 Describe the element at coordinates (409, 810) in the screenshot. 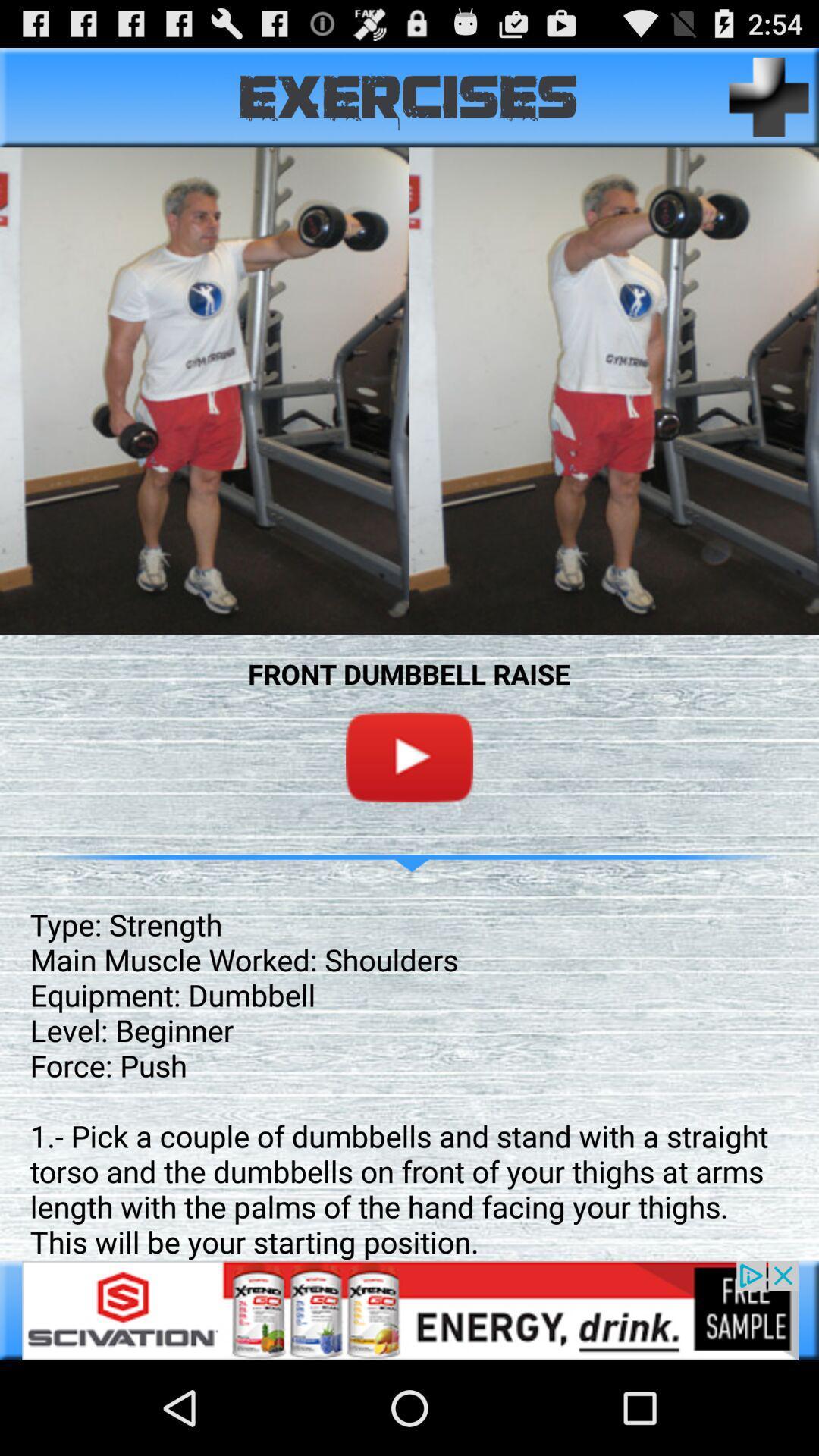

I see `the play icon` at that location.